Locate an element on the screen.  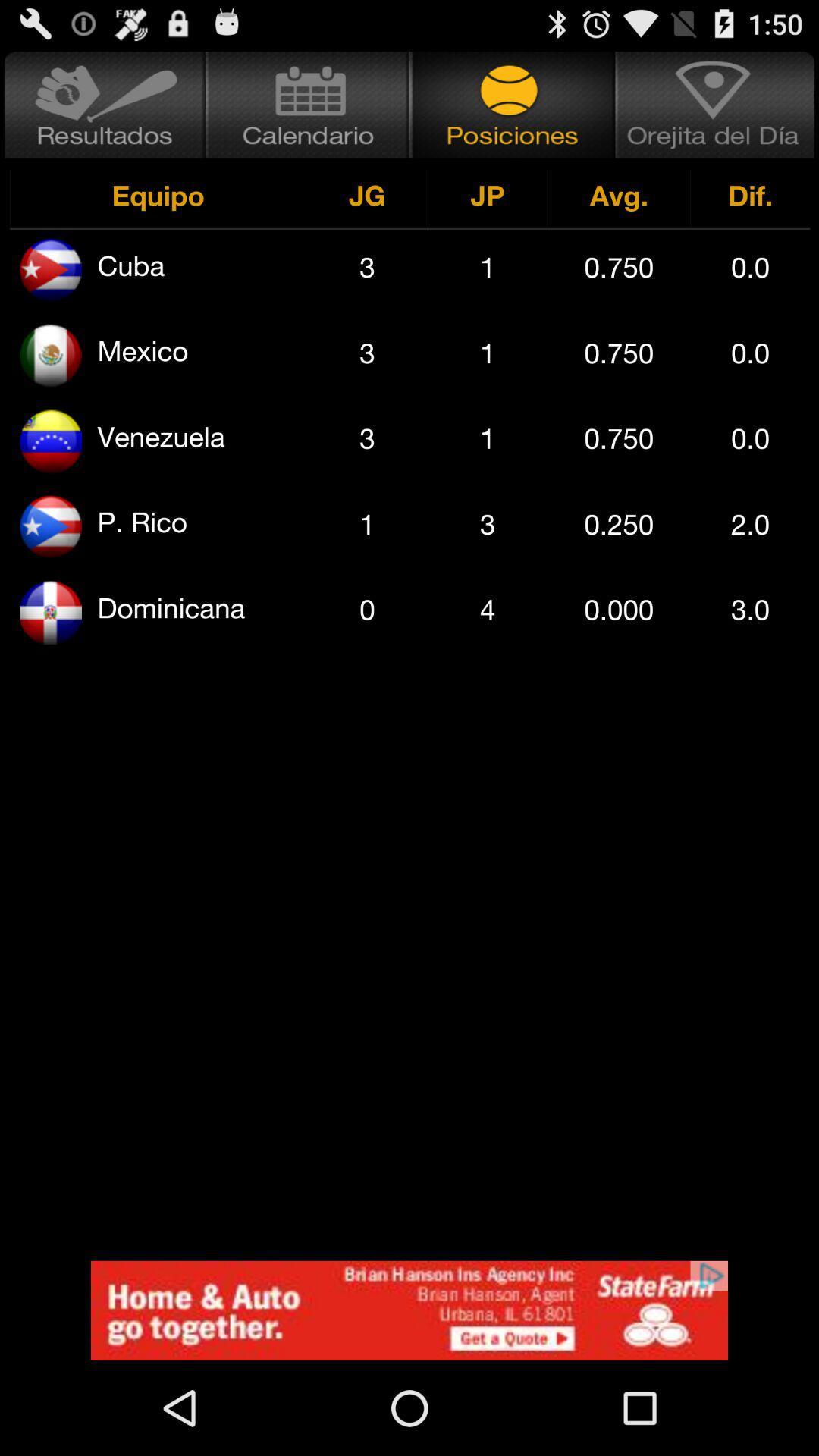
statefarm icon is located at coordinates (409, 1310).